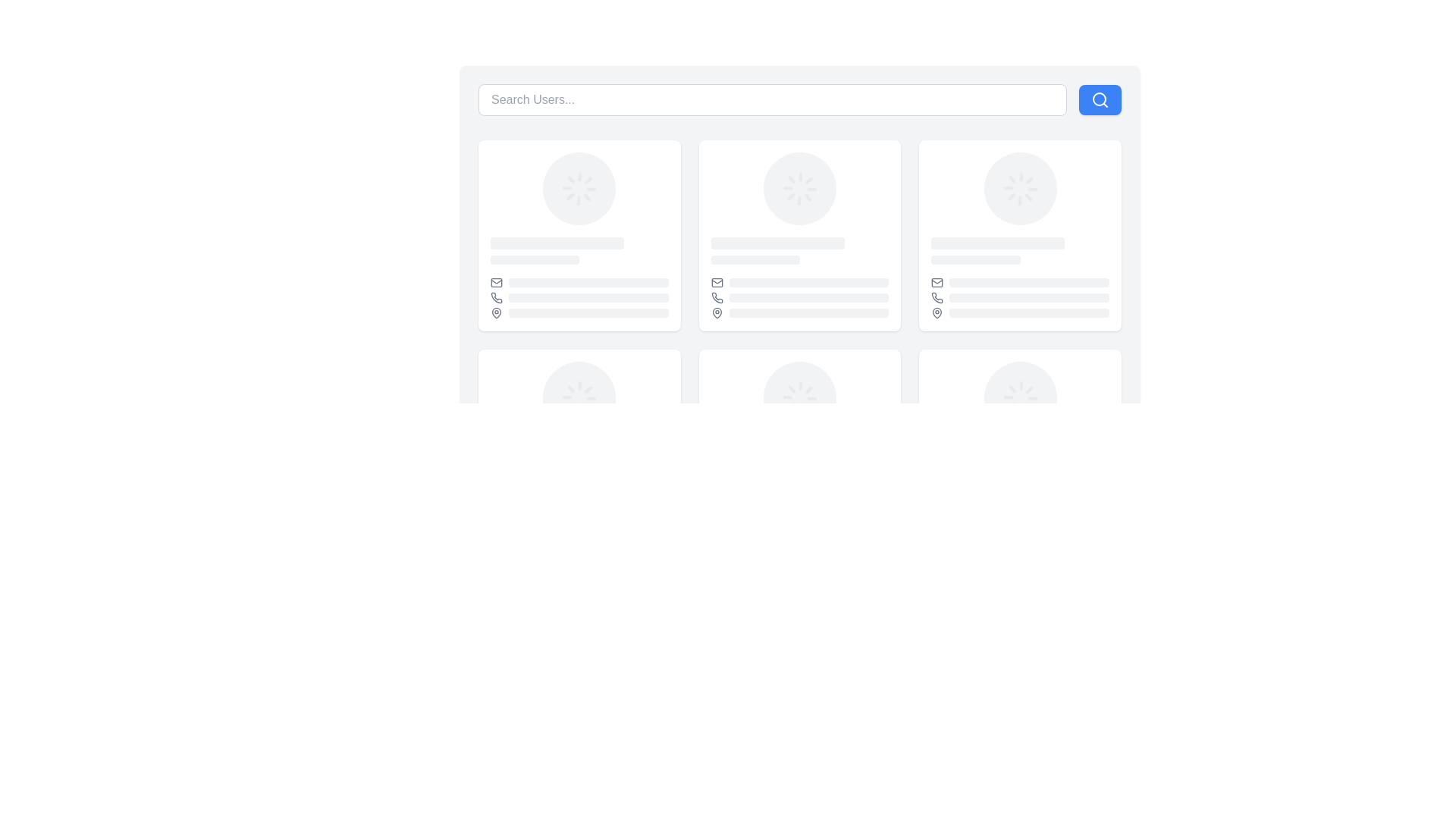 The width and height of the screenshot is (1456, 819). I want to click on the telephone handset icon located in the user profile card, positioned between the envelope icon above and the location pin icon below, so click(497, 298).